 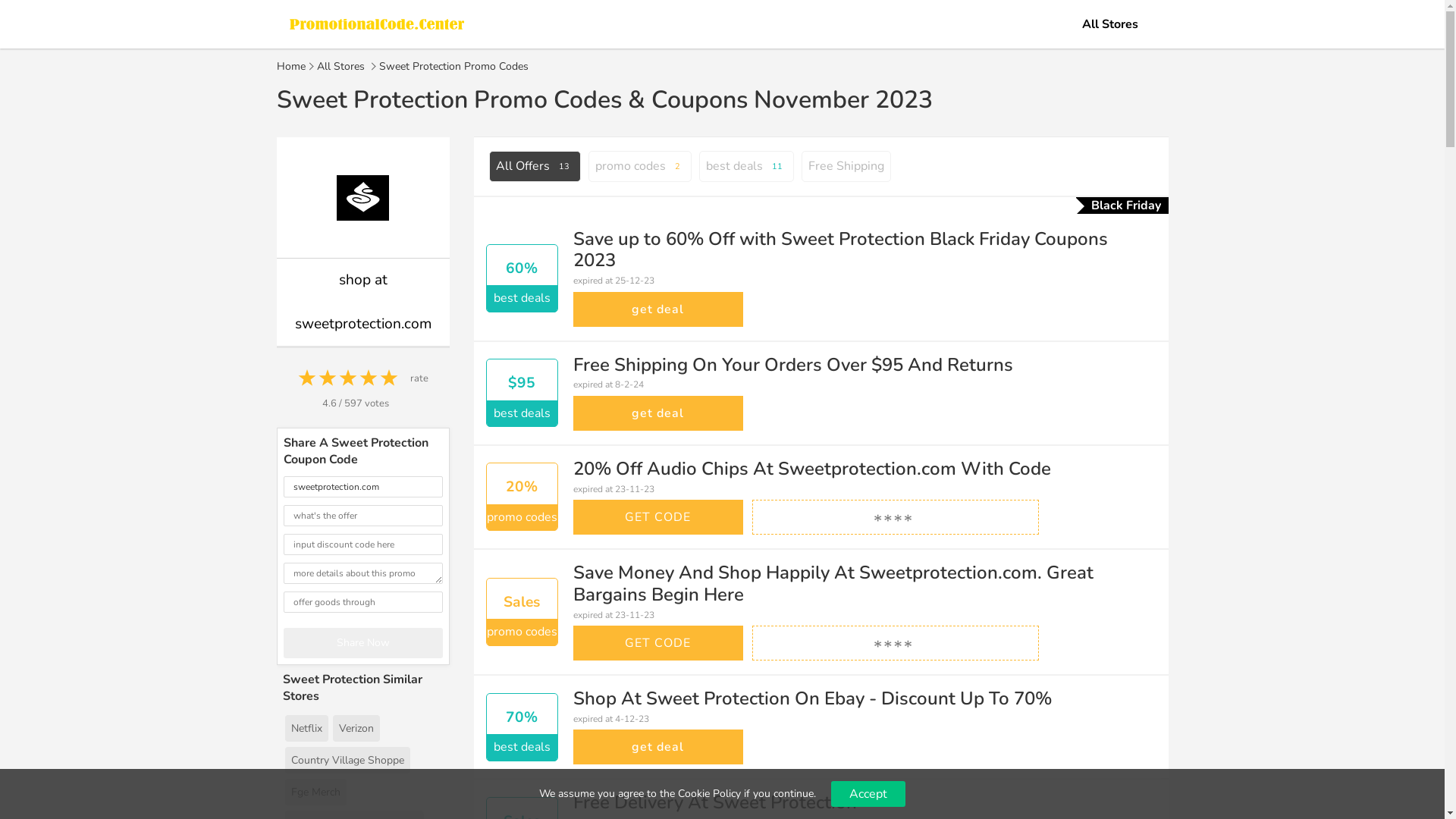 What do you see at coordinates (830, 792) in the screenshot?
I see `'Accept'` at bounding box center [830, 792].